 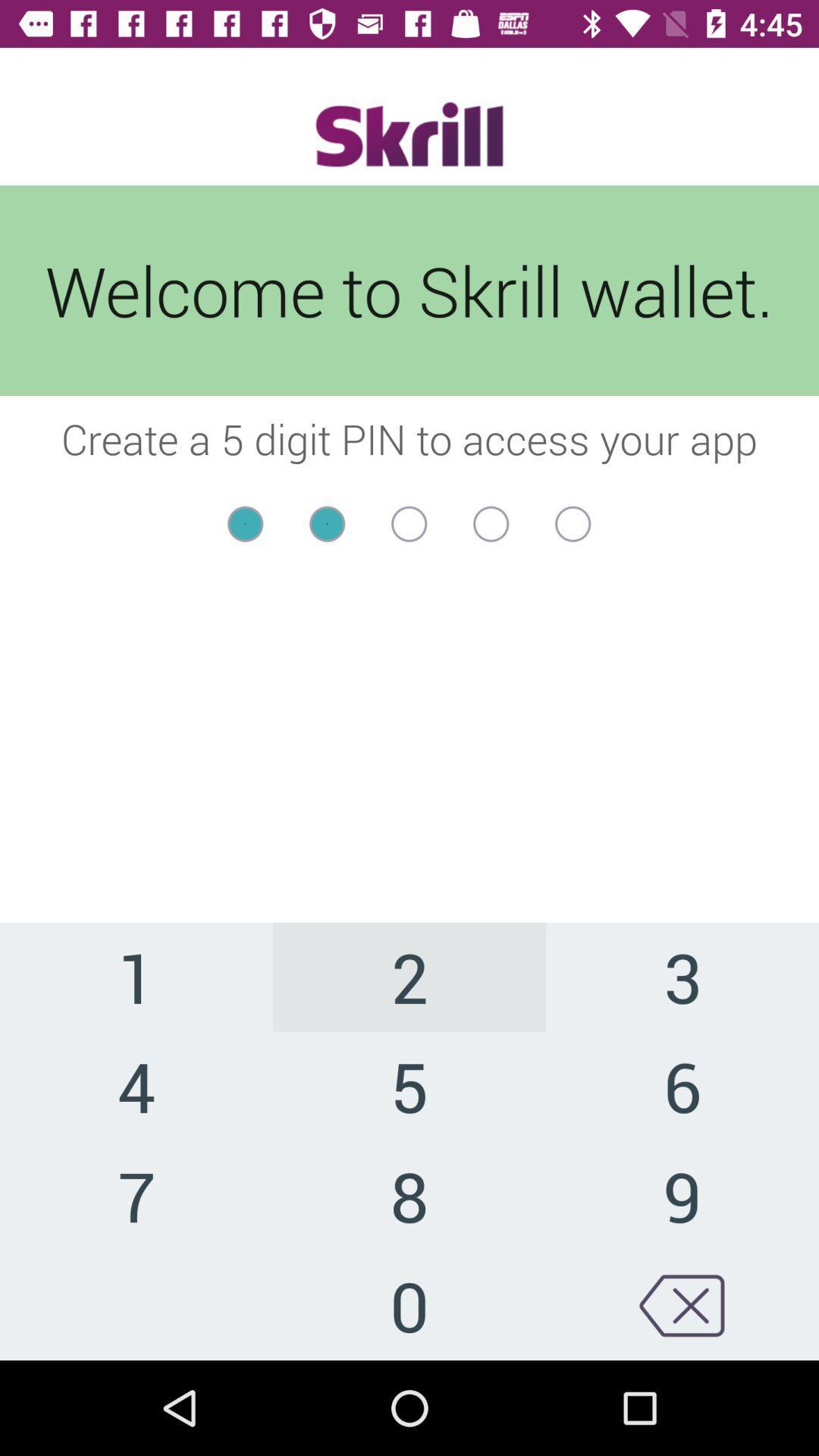 What do you see at coordinates (681, 1085) in the screenshot?
I see `the 6` at bounding box center [681, 1085].